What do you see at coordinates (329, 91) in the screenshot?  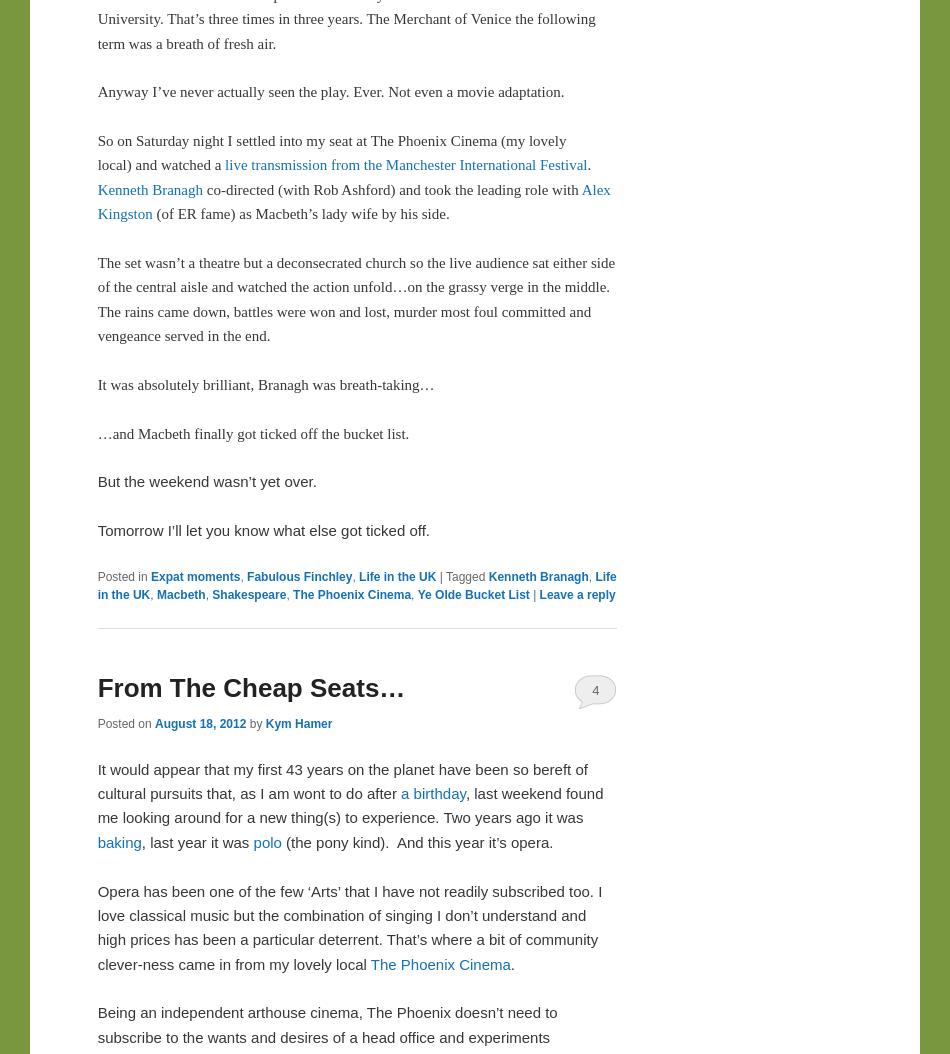 I see `'Anyway I’ve never actually seen the play. Ever. Not even a movie adaptation.'` at bounding box center [329, 91].